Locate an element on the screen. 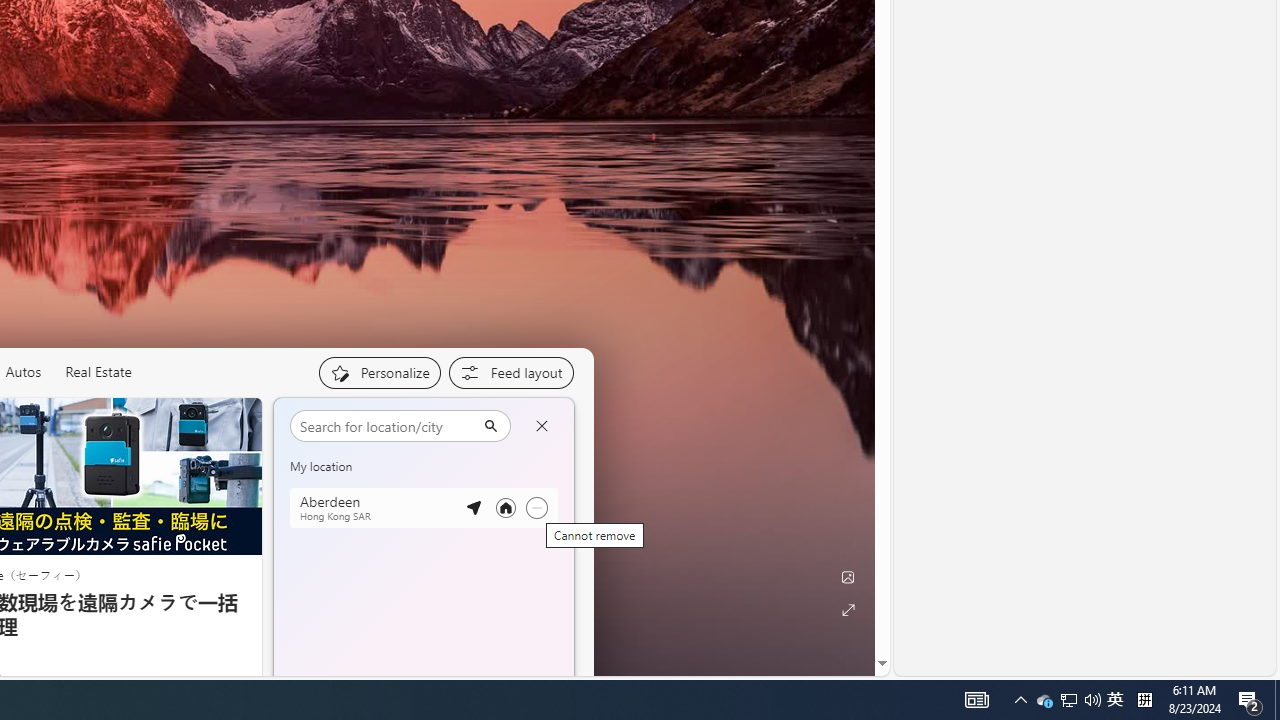  'Set as your primary location' is located at coordinates (505, 506).